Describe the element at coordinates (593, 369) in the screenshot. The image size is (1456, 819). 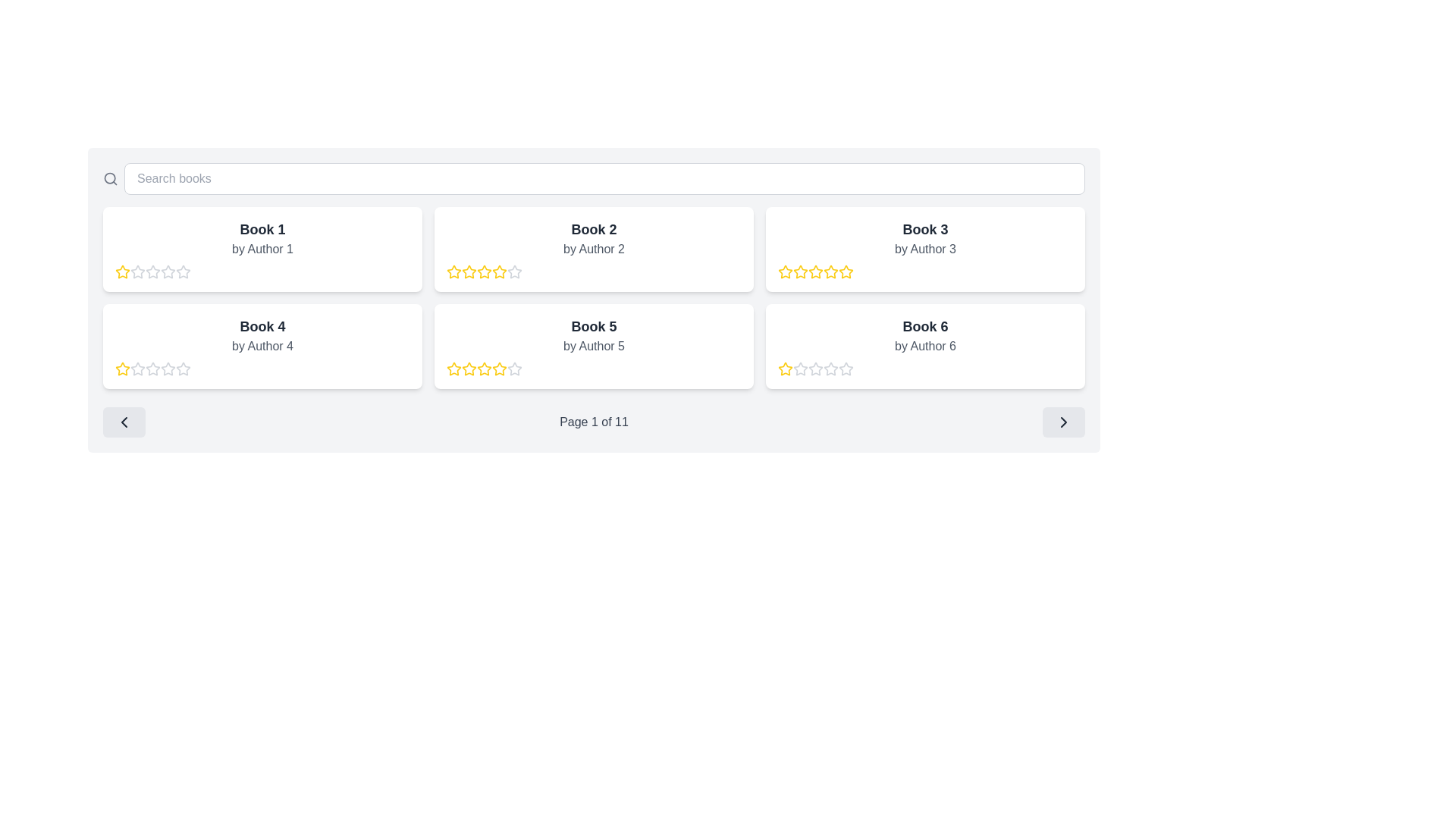
I see `one of the golden yellow stars in the Rating component of the 'Book 5 by Author 5' card to set a rating` at that location.